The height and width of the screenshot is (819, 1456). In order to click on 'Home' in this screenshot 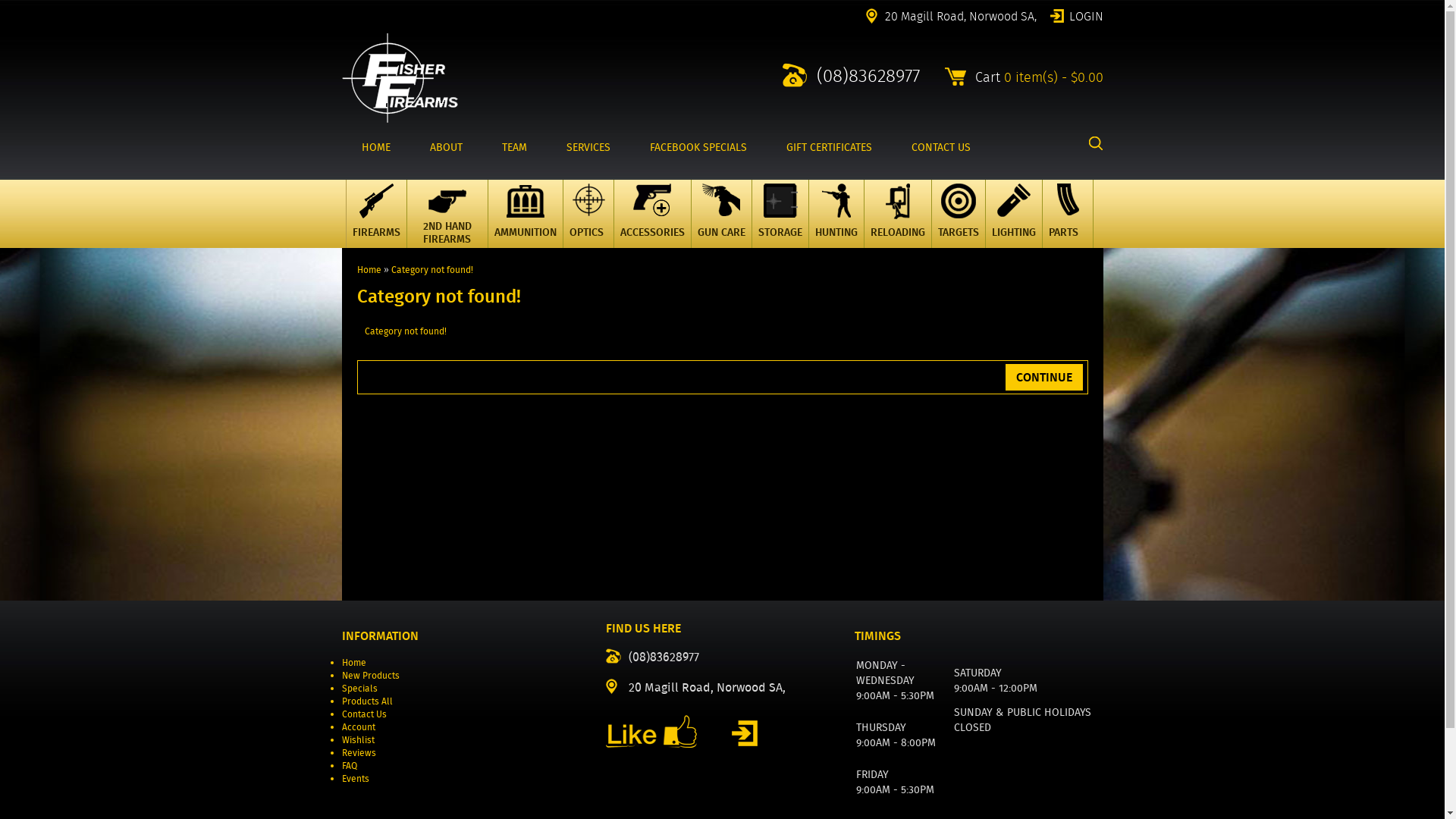, I will do `click(368, 268)`.